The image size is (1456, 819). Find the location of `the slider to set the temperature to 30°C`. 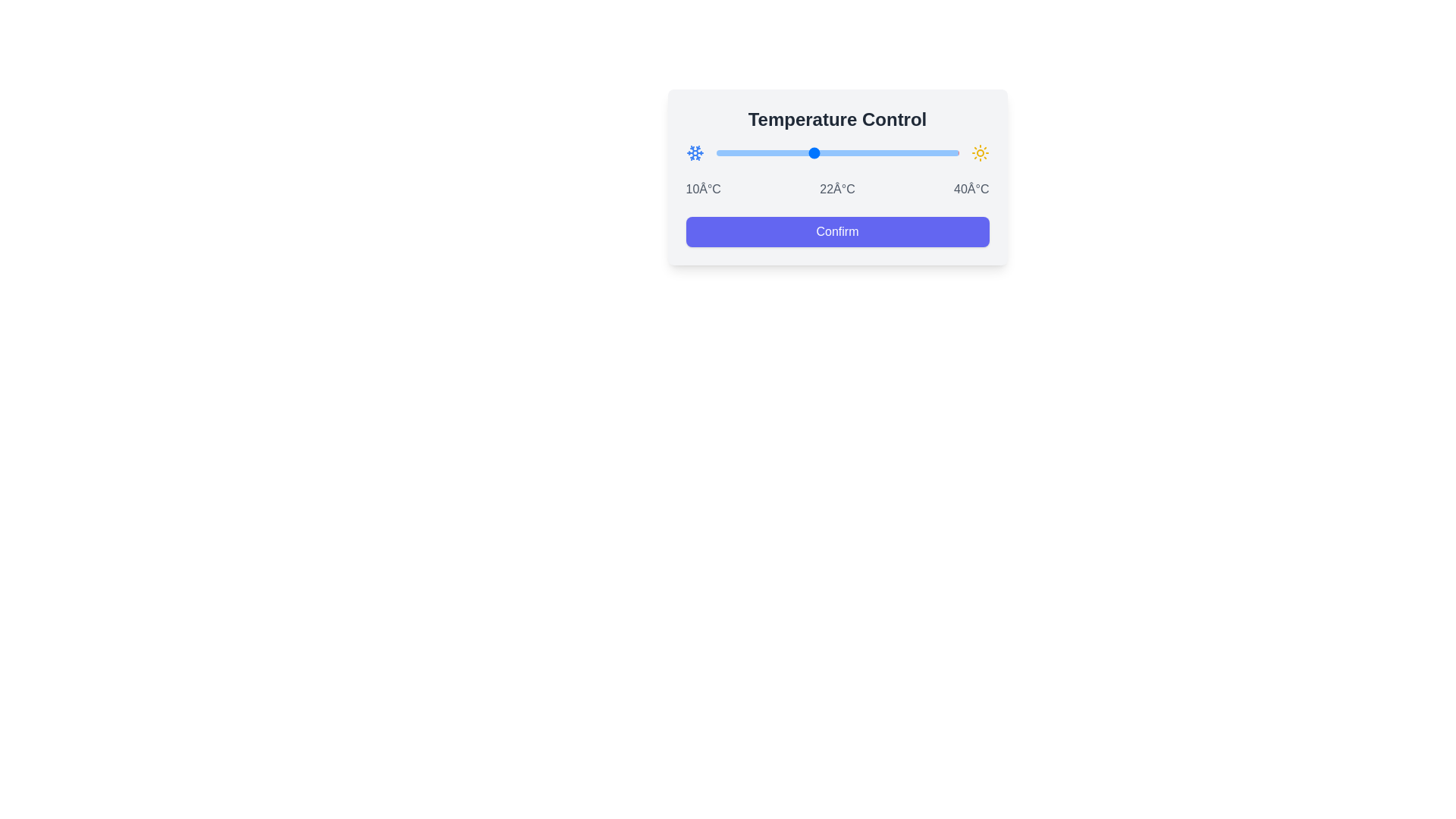

the slider to set the temperature to 30°C is located at coordinates (877, 152).